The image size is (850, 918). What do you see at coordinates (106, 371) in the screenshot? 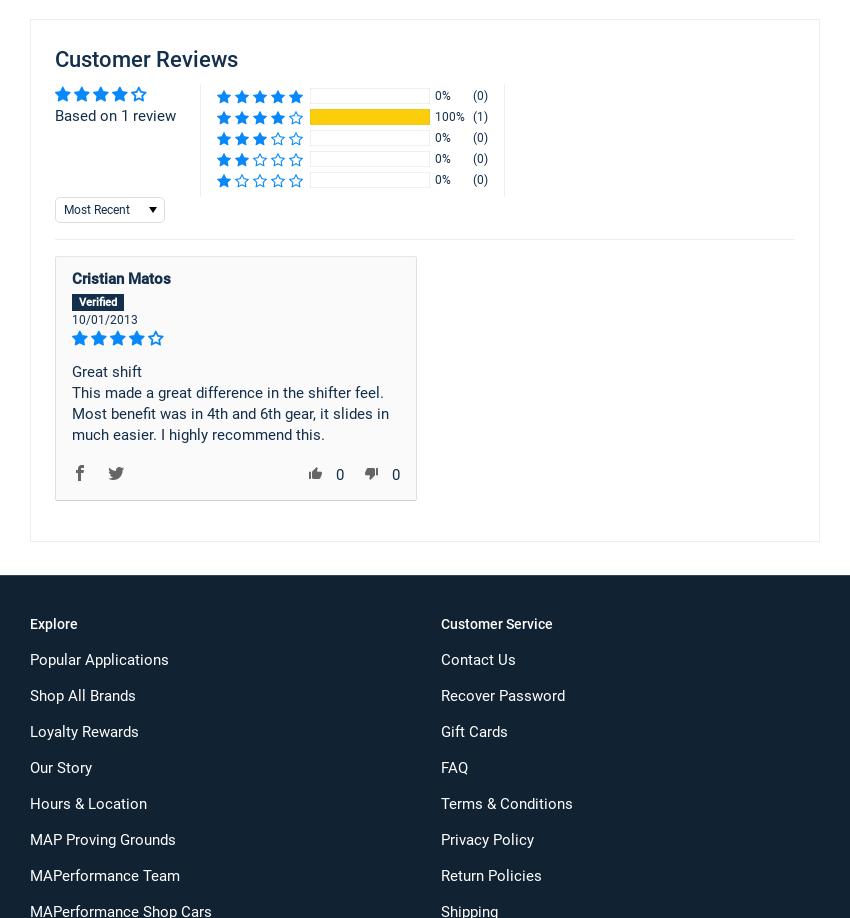
I see `'Great shift'` at bounding box center [106, 371].